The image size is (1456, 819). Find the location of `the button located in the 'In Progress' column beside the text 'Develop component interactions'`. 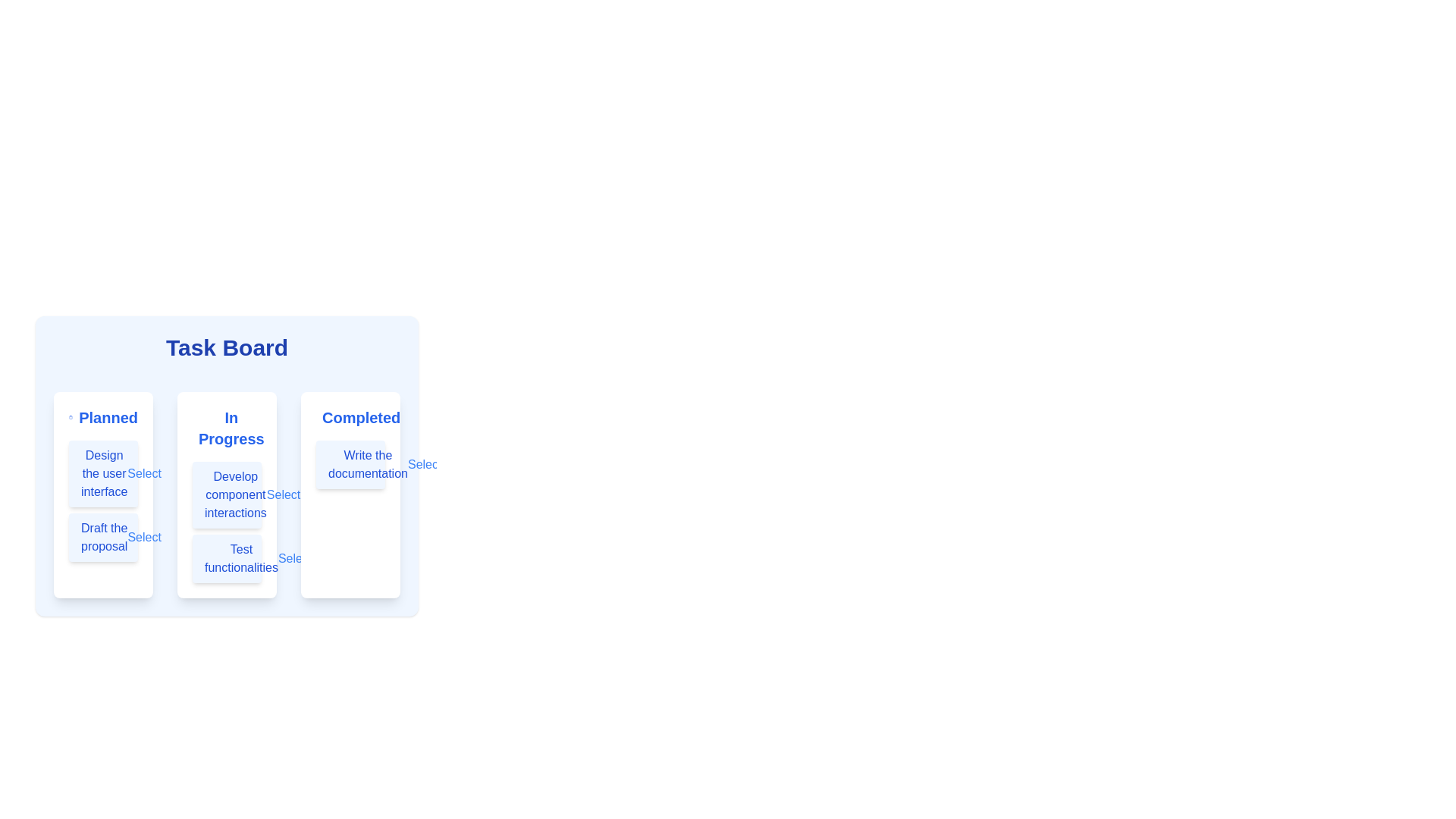

the button located in the 'In Progress' column beside the text 'Develop component interactions' is located at coordinates (284, 494).